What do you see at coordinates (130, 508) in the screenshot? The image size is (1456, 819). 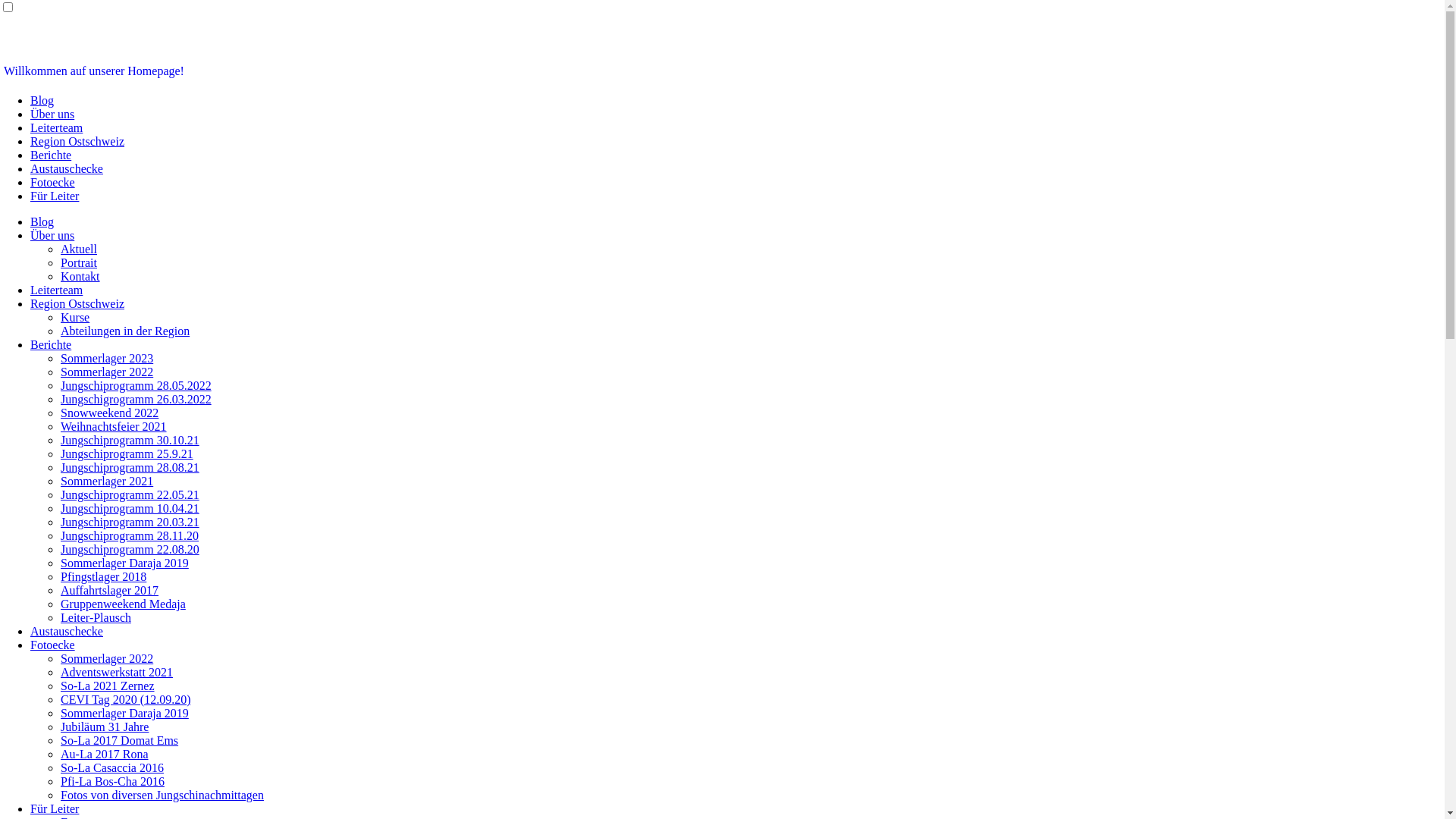 I see `'Jungschiprogramm 10.04.21'` at bounding box center [130, 508].